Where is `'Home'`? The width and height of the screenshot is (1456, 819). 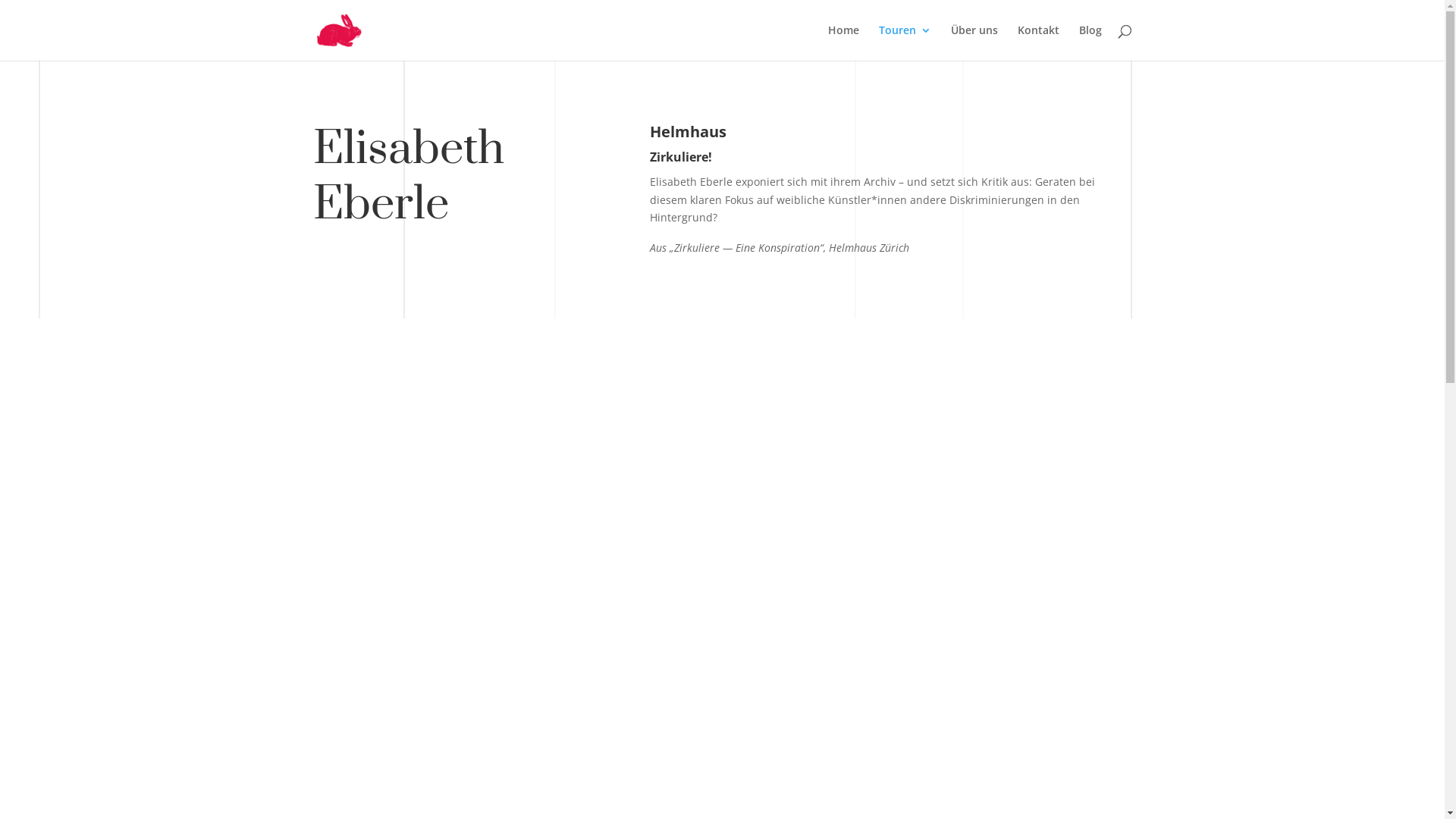
'Home' is located at coordinates (843, 42).